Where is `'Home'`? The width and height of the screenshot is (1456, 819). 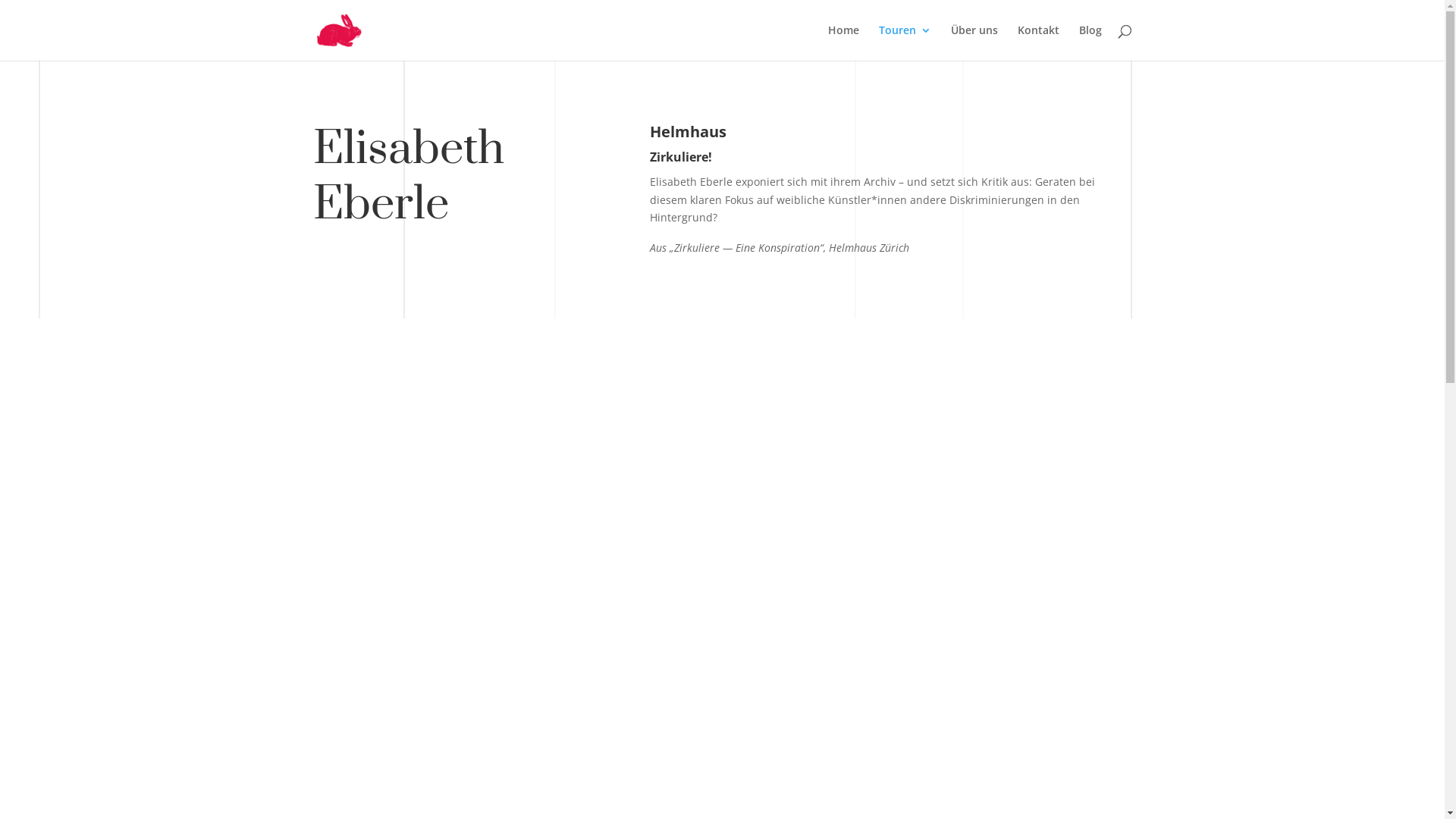
'Home' is located at coordinates (843, 42).